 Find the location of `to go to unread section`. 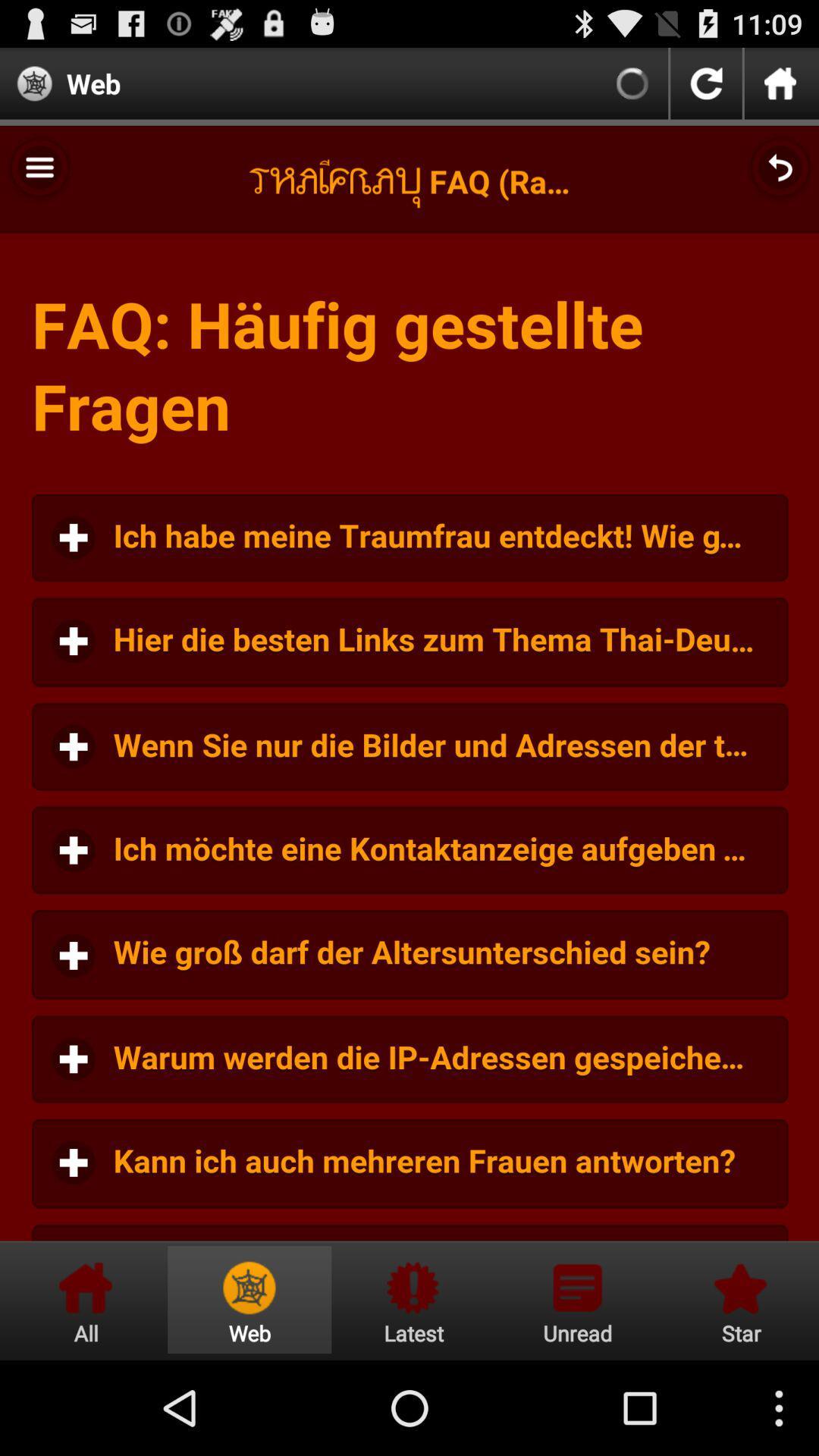

to go to unread section is located at coordinates (577, 1299).